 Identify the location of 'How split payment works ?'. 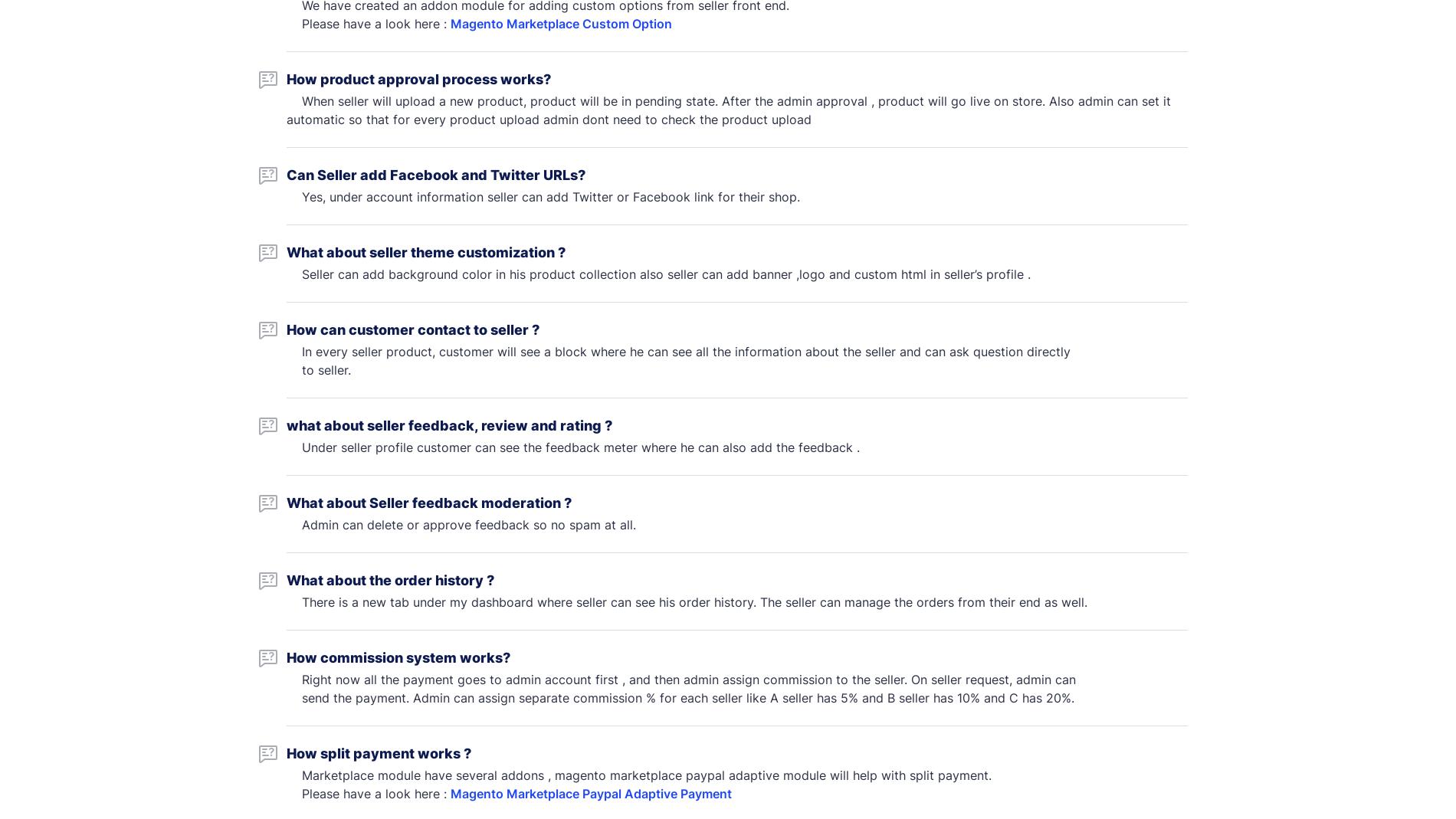
(379, 753).